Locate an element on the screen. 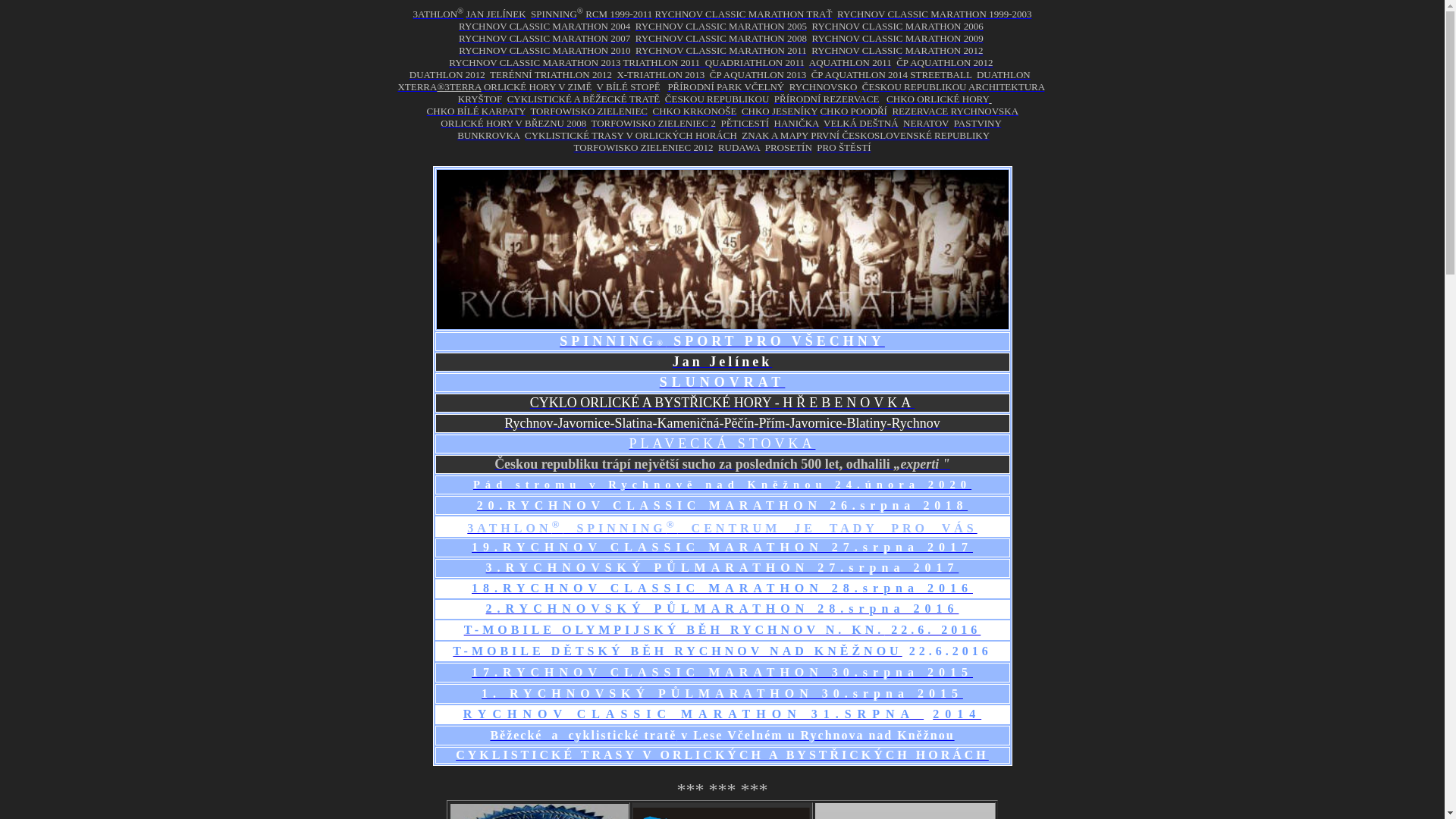 This screenshot has width=1456, height=819. 'REZERVACE RYCHNOVSKA' is located at coordinates (892, 110).